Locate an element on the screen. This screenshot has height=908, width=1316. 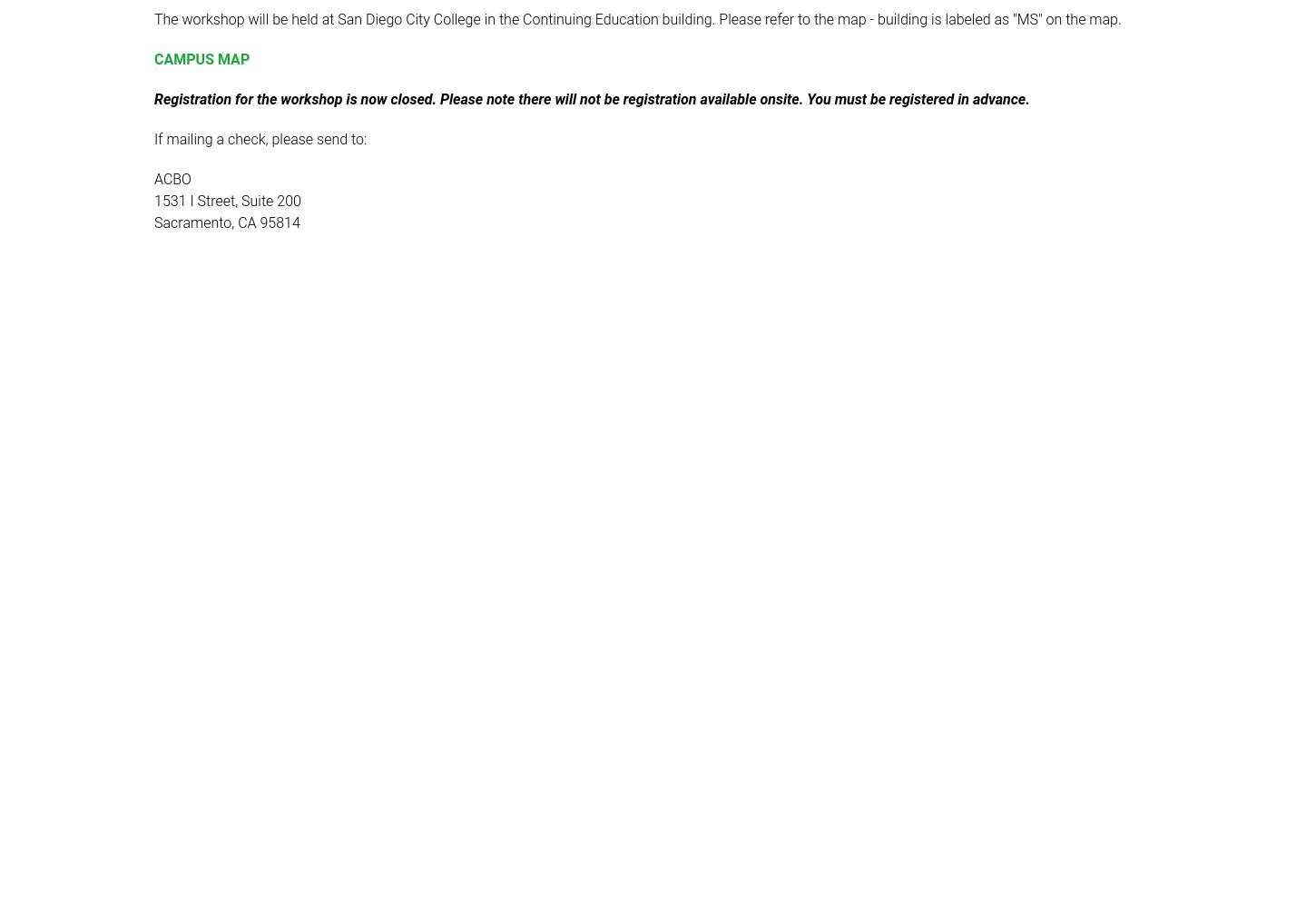
'The workshop will be held at San Diego City College in the Continuing Education building. Please refer to the map - building is labeled as "MS" on the map.' is located at coordinates (636, 19).